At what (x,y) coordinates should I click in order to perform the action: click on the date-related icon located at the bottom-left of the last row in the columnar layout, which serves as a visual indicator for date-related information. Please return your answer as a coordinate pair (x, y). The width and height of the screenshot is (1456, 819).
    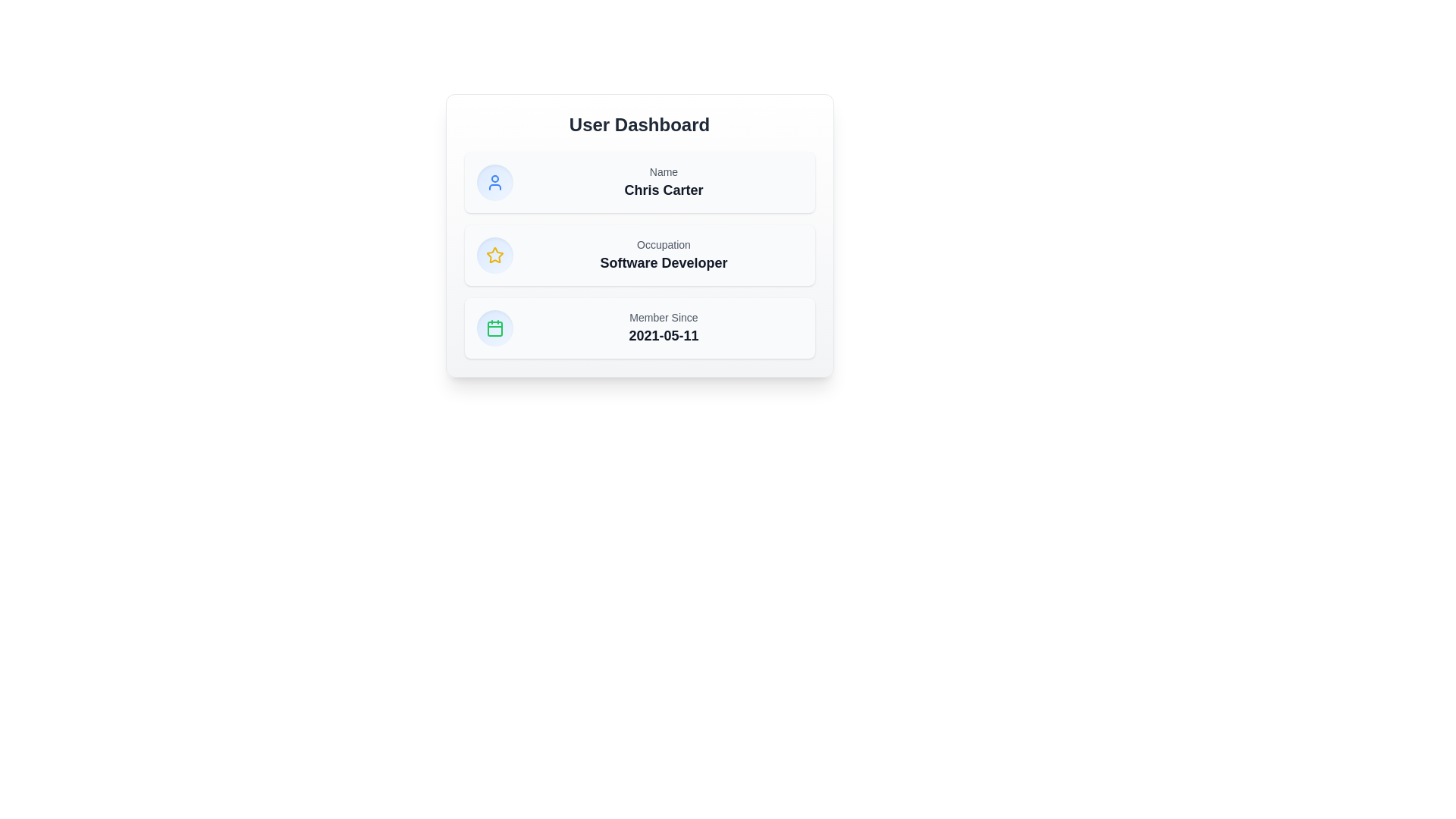
    Looking at the image, I should click on (494, 327).